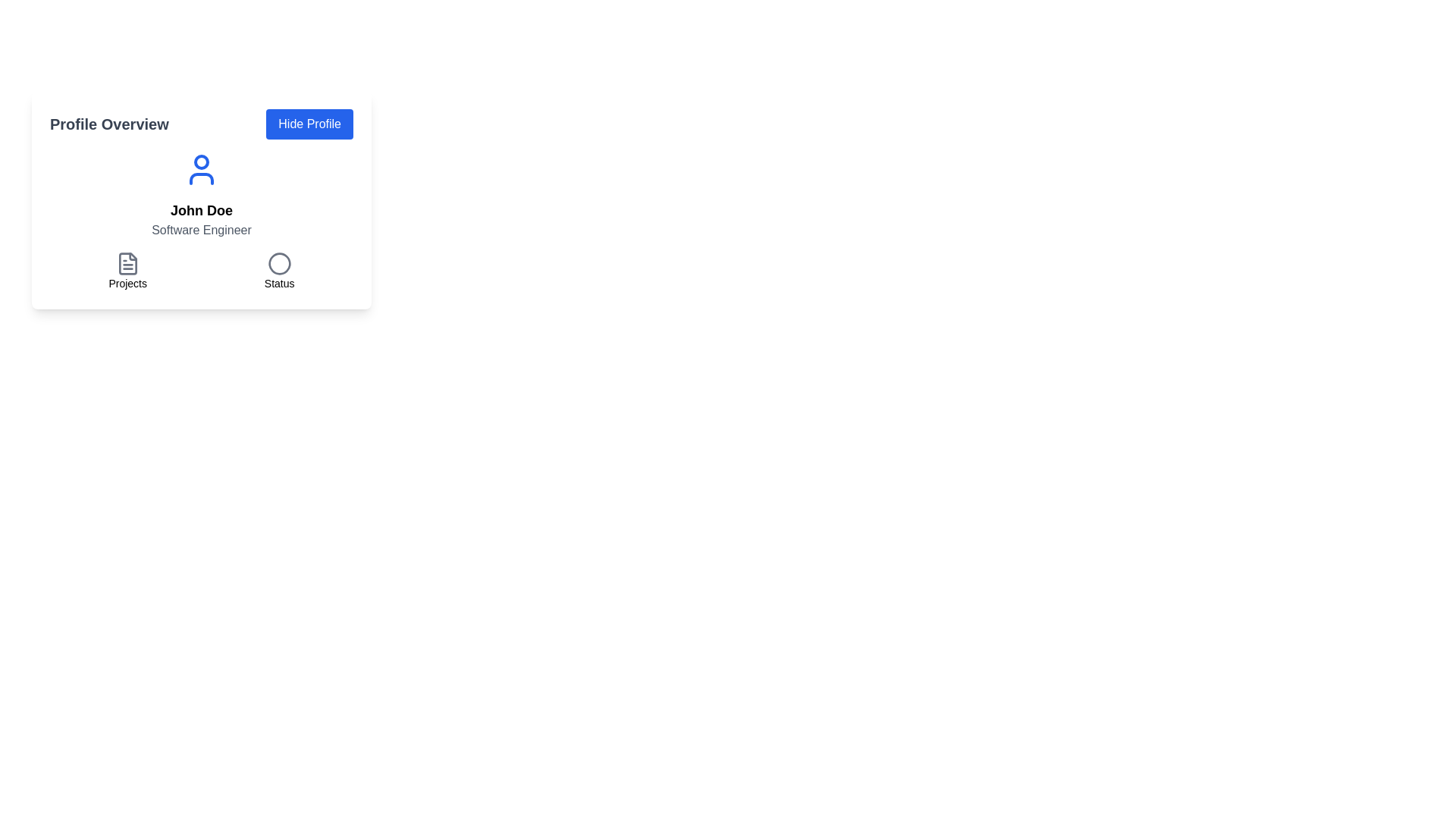 Image resolution: width=1456 pixels, height=819 pixels. Describe the element at coordinates (200, 169) in the screenshot. I see `the User Profile icon, which is a blue circular outline of a user, located at the center of the top section of a card displaying 'John Doe' and 'Software Engineer.'` at that location.